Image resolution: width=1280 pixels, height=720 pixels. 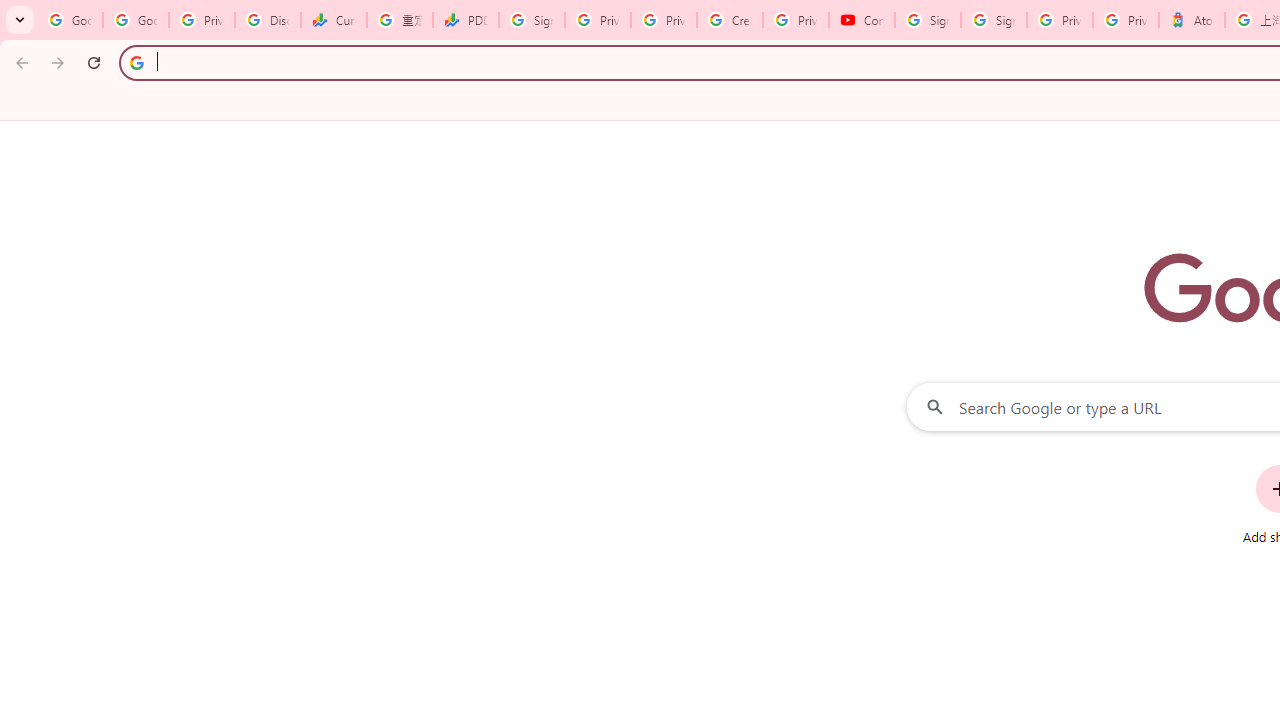 I want to click on 'Create your Google Account', so click(x=729, y=20).